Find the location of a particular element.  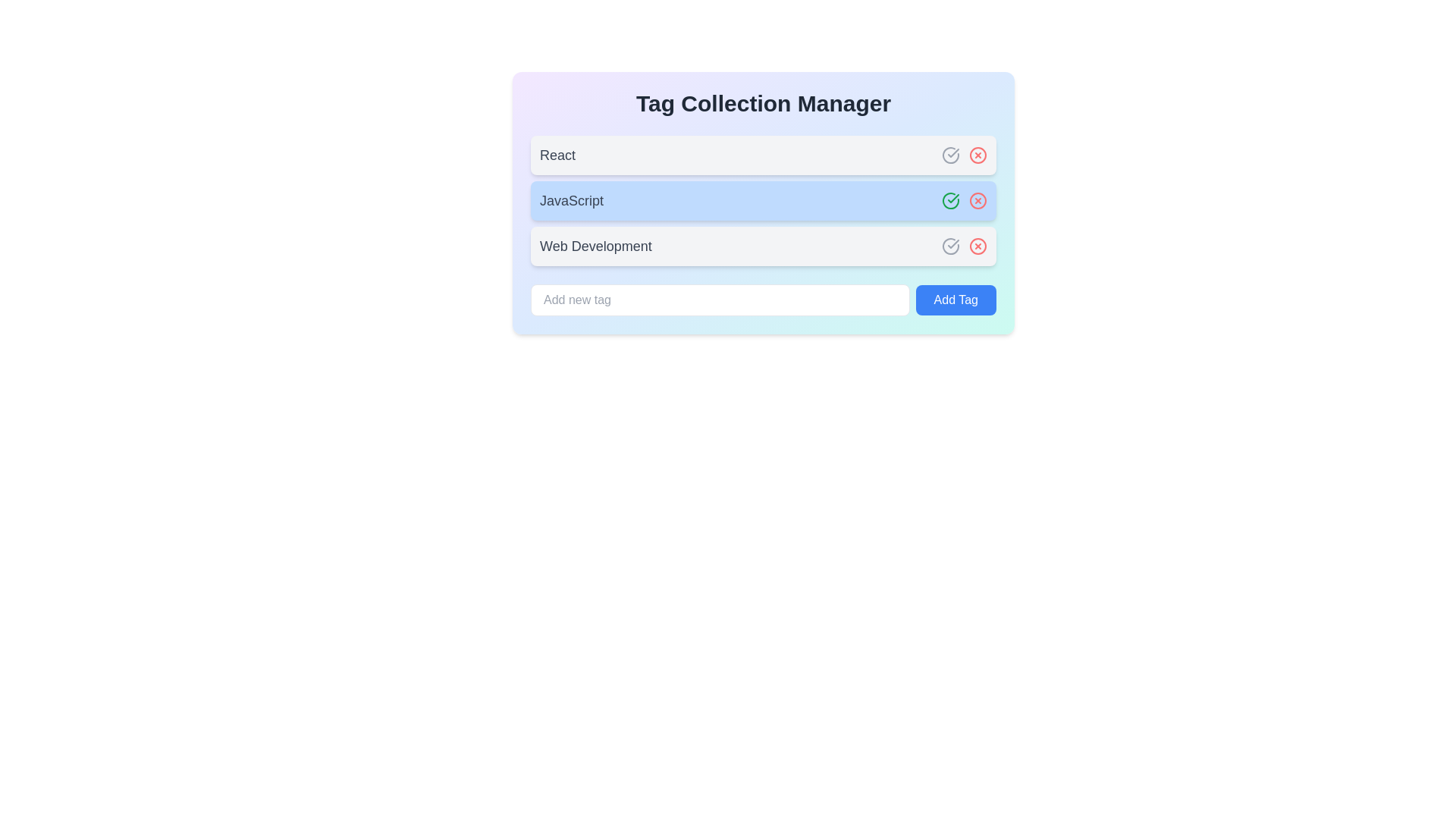

the selectable tag labeled 'Web Development' is located at coordinates (764, 245).